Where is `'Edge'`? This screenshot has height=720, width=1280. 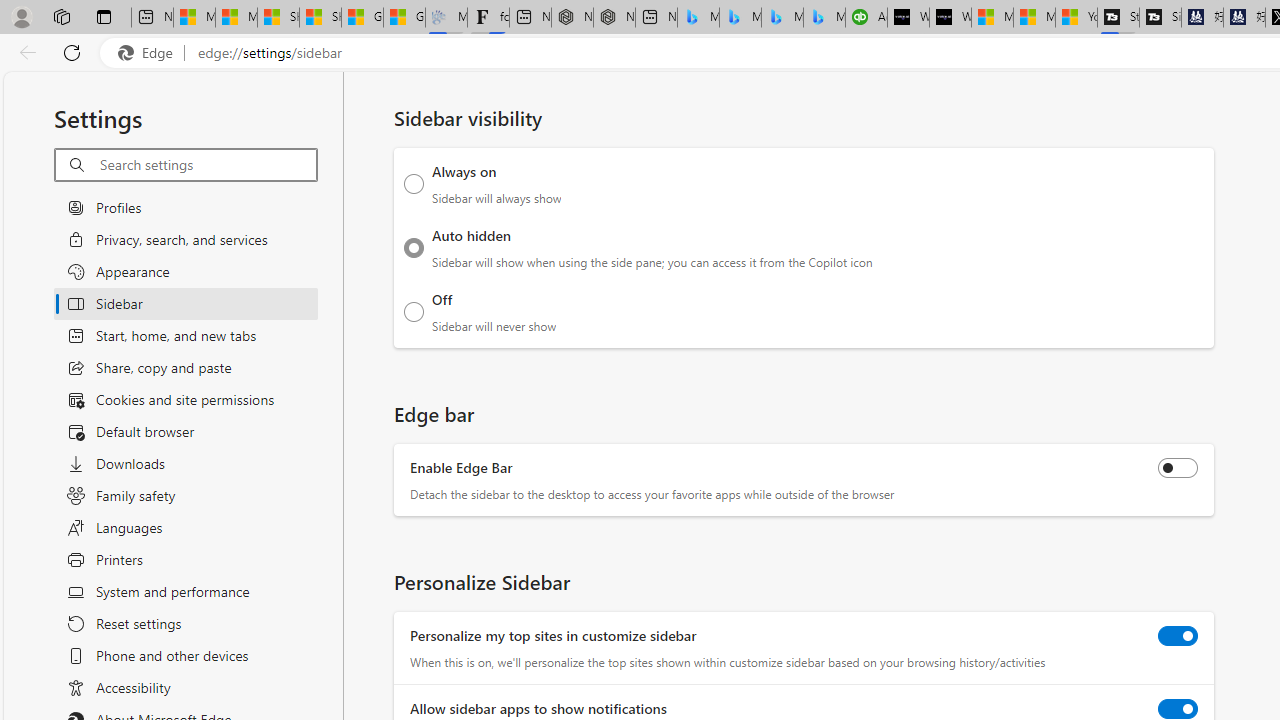
'Edge' is located at coordinates (149, 52).